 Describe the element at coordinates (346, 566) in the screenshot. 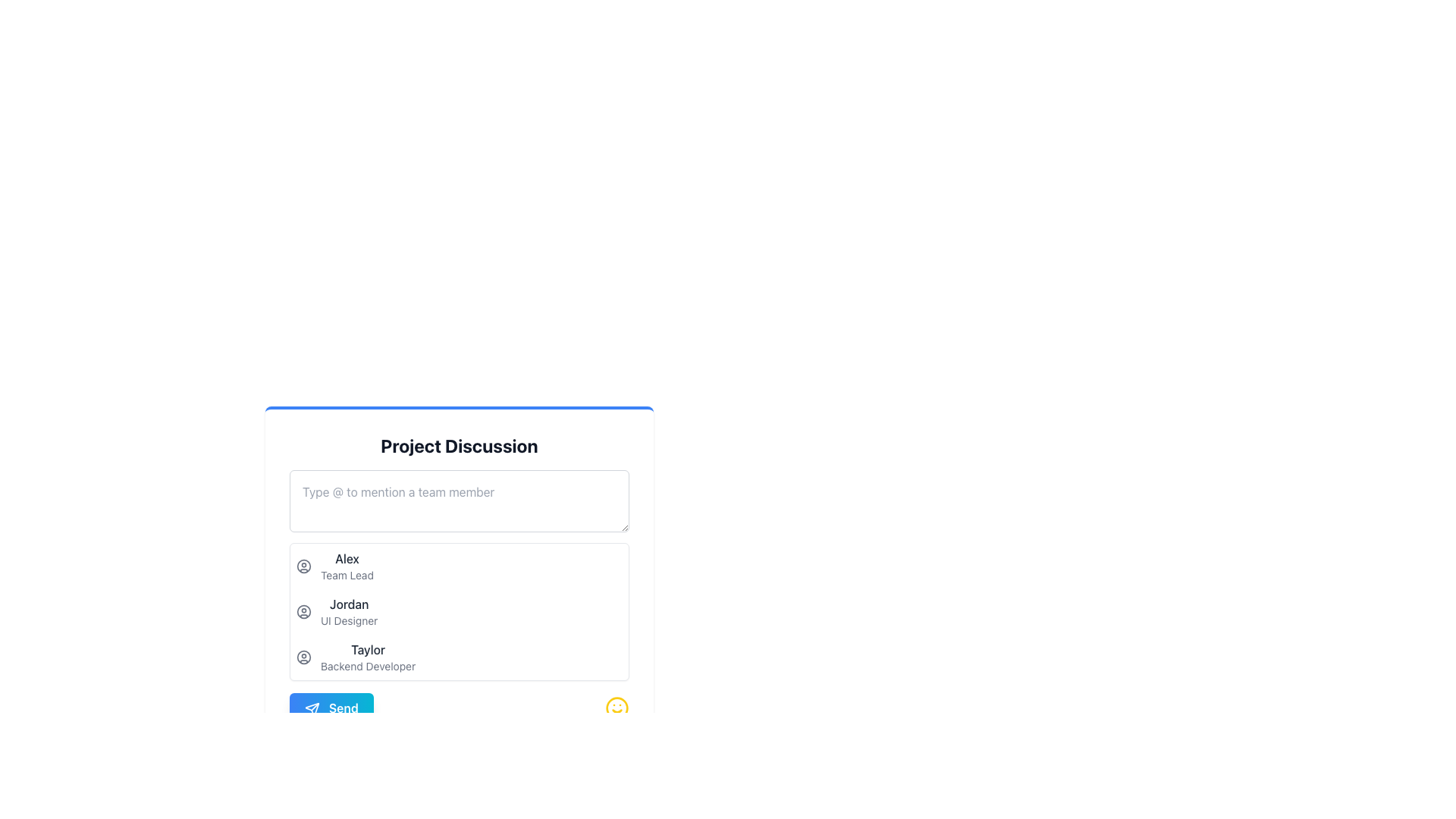

I see `the text display identifying 'Alex, Team Lead' in the list of team participants under 'Project Discussion.'` at that location.